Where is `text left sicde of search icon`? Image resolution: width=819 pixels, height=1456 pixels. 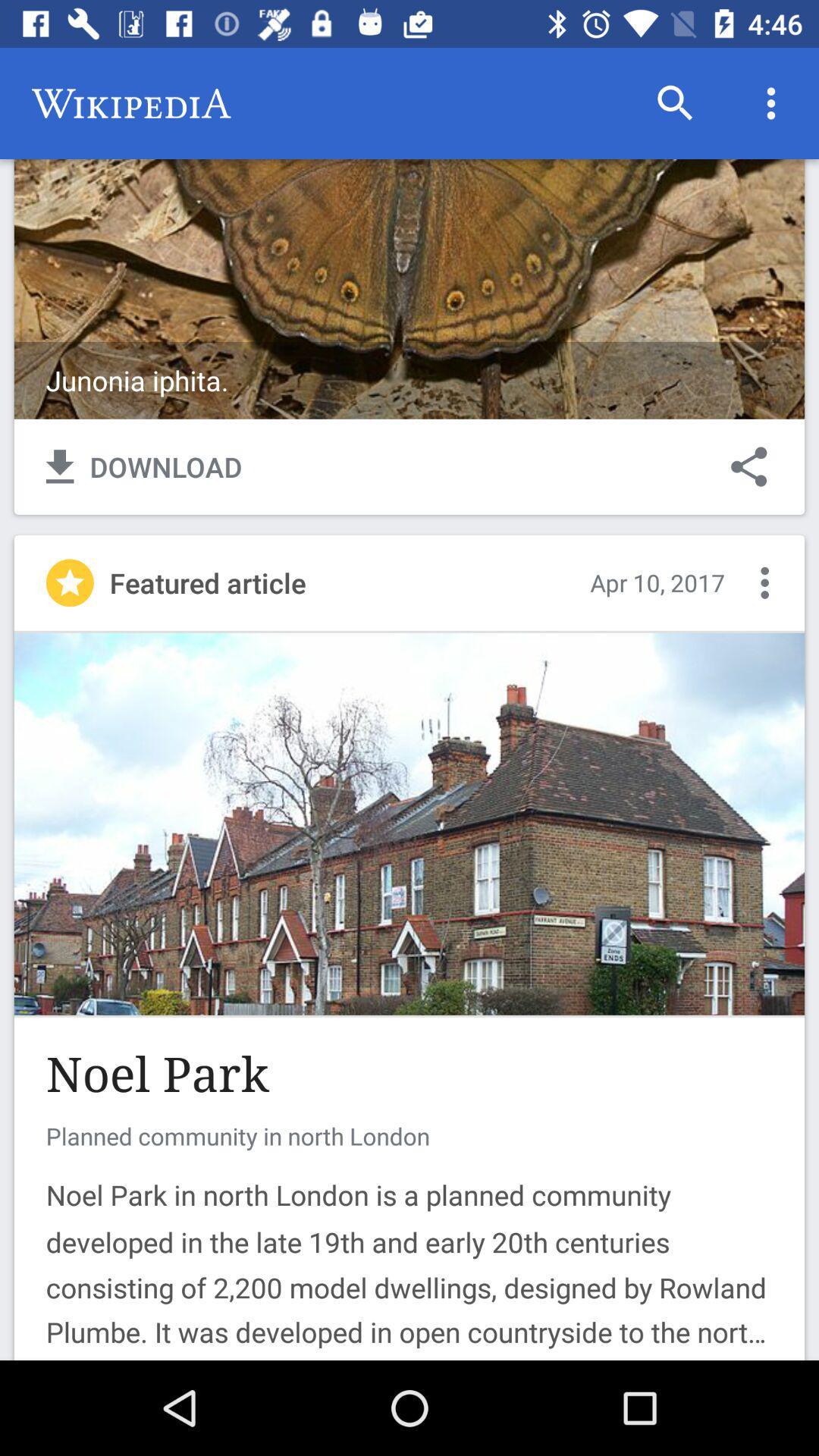
text left sicde of search icon is located at coordinates (130, 103).